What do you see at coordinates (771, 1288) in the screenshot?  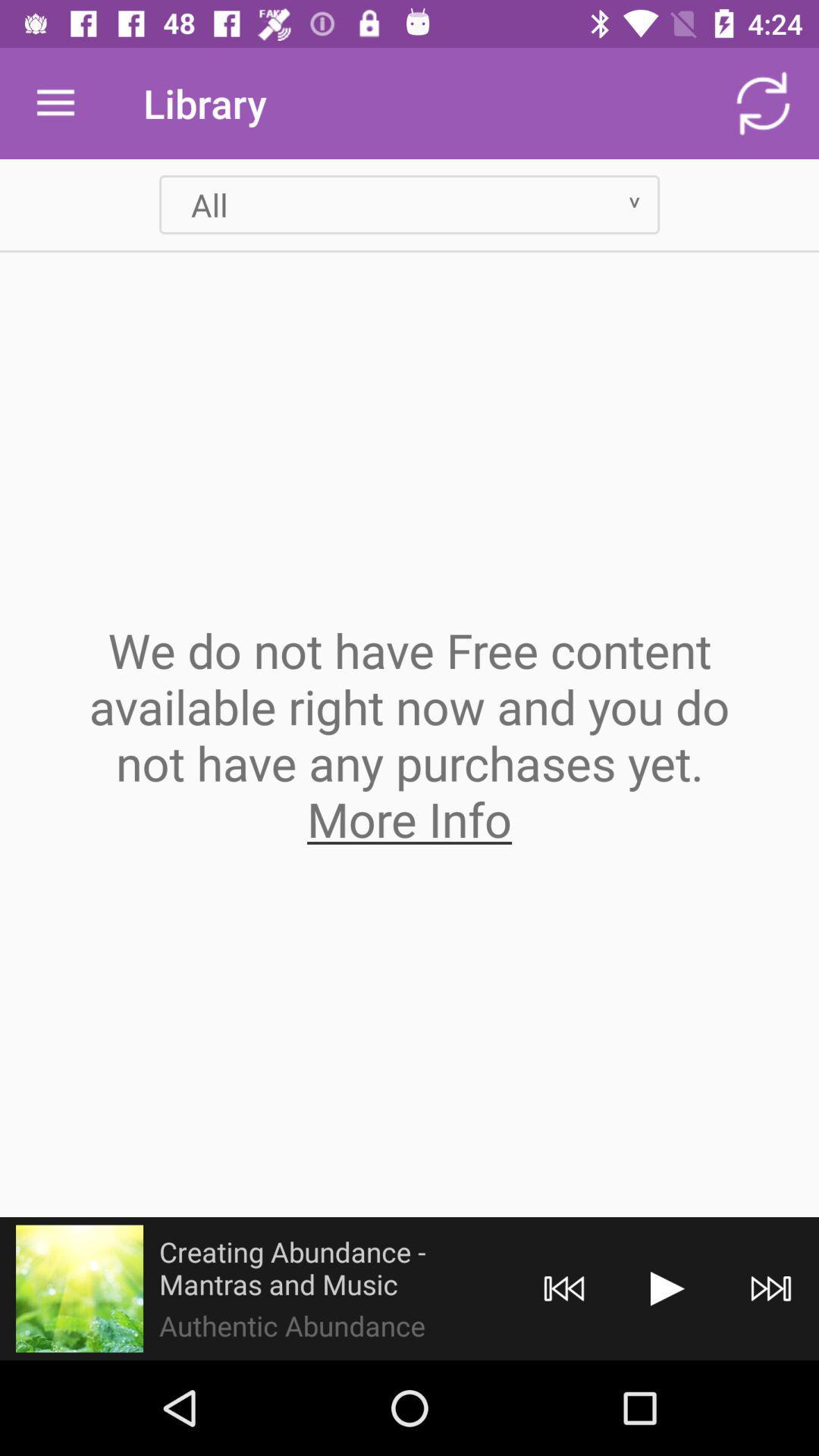 I see `fast forward audio` at bounding box center [771, 1288].